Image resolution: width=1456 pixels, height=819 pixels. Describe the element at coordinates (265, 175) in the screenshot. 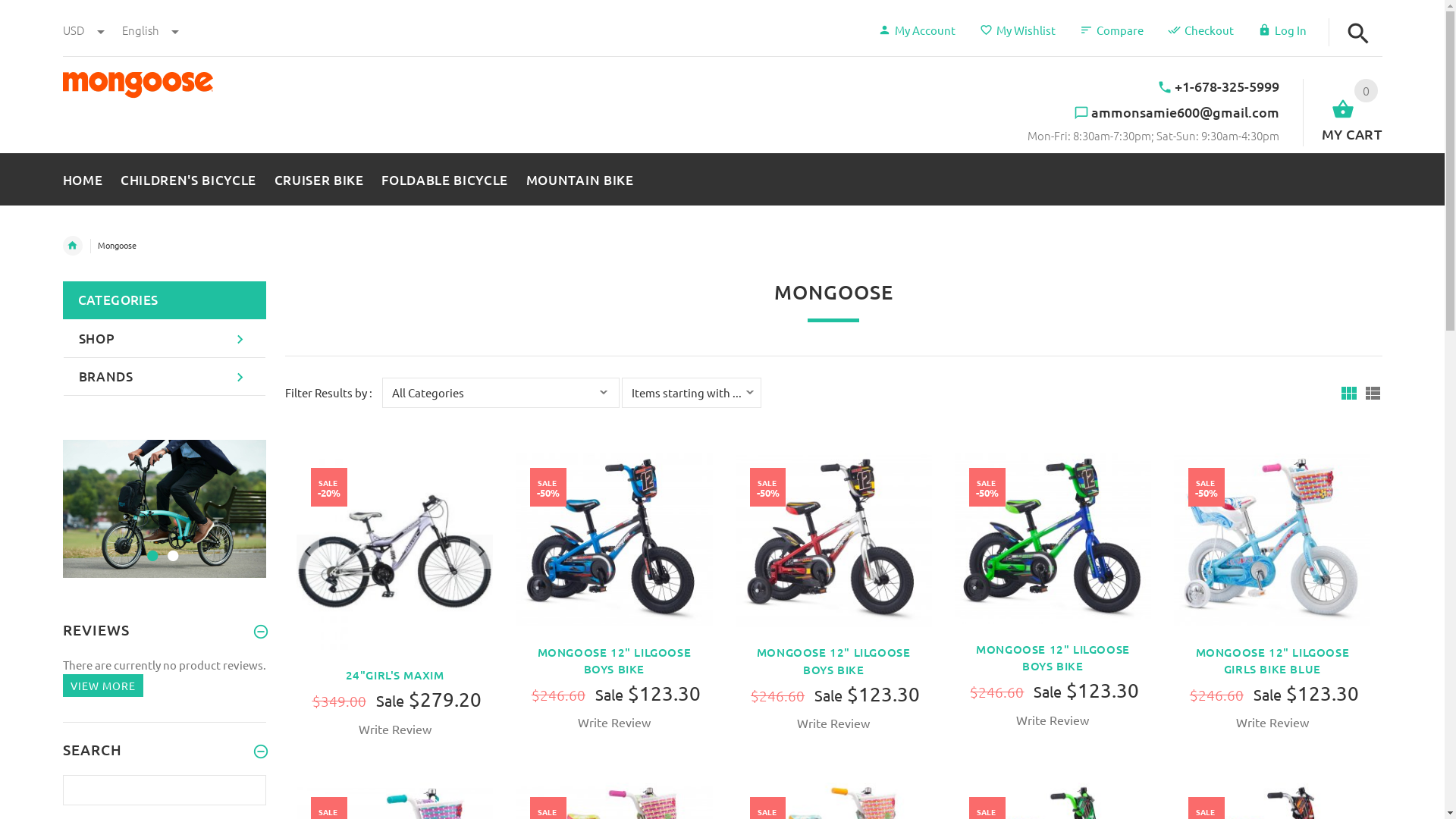

I see `'CRUISER BIKE'` at that location.